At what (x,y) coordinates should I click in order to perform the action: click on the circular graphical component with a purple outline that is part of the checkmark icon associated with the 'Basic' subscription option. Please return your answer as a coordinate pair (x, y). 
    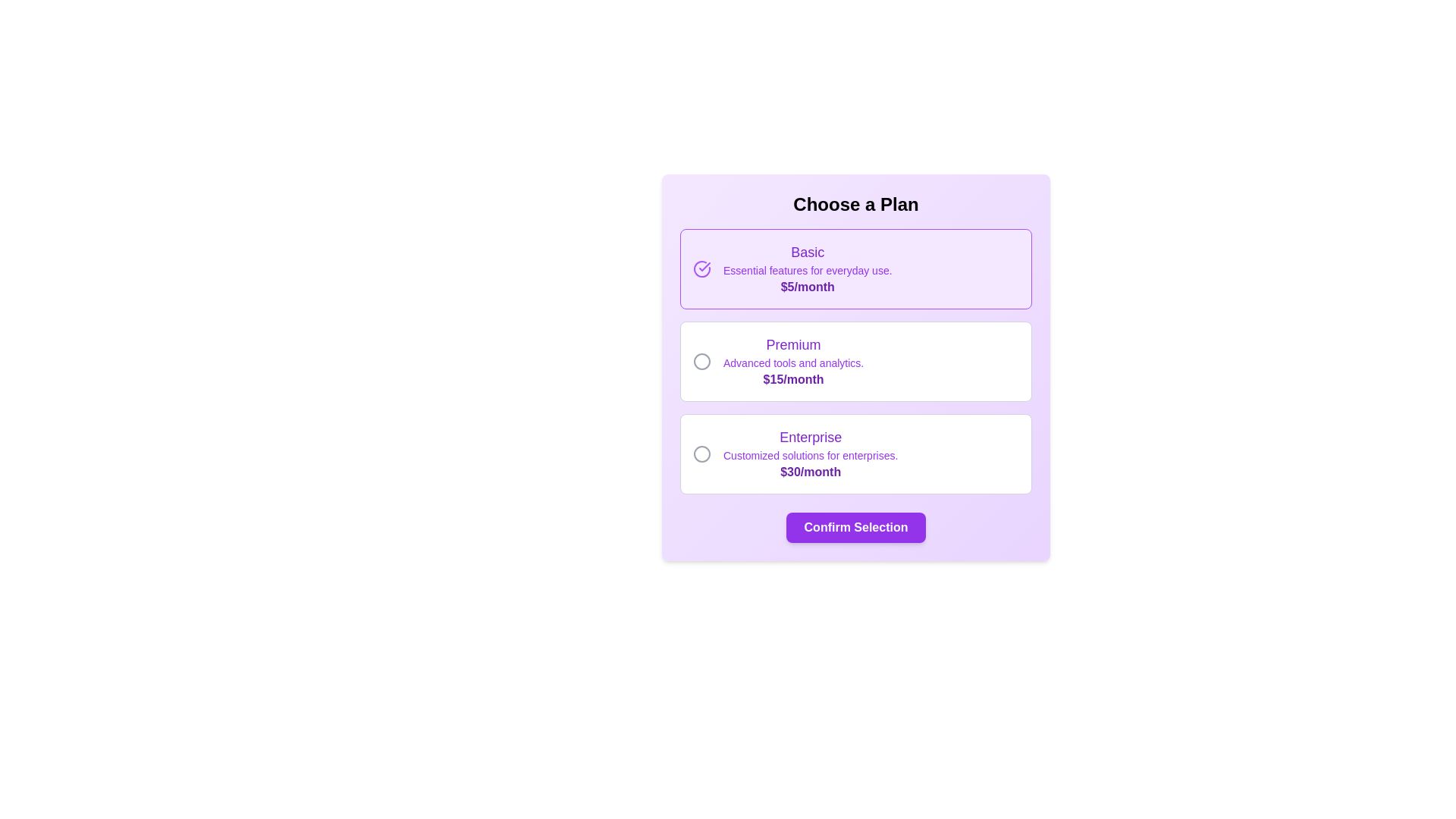
    Looking at the image, I should click on (701, 268).